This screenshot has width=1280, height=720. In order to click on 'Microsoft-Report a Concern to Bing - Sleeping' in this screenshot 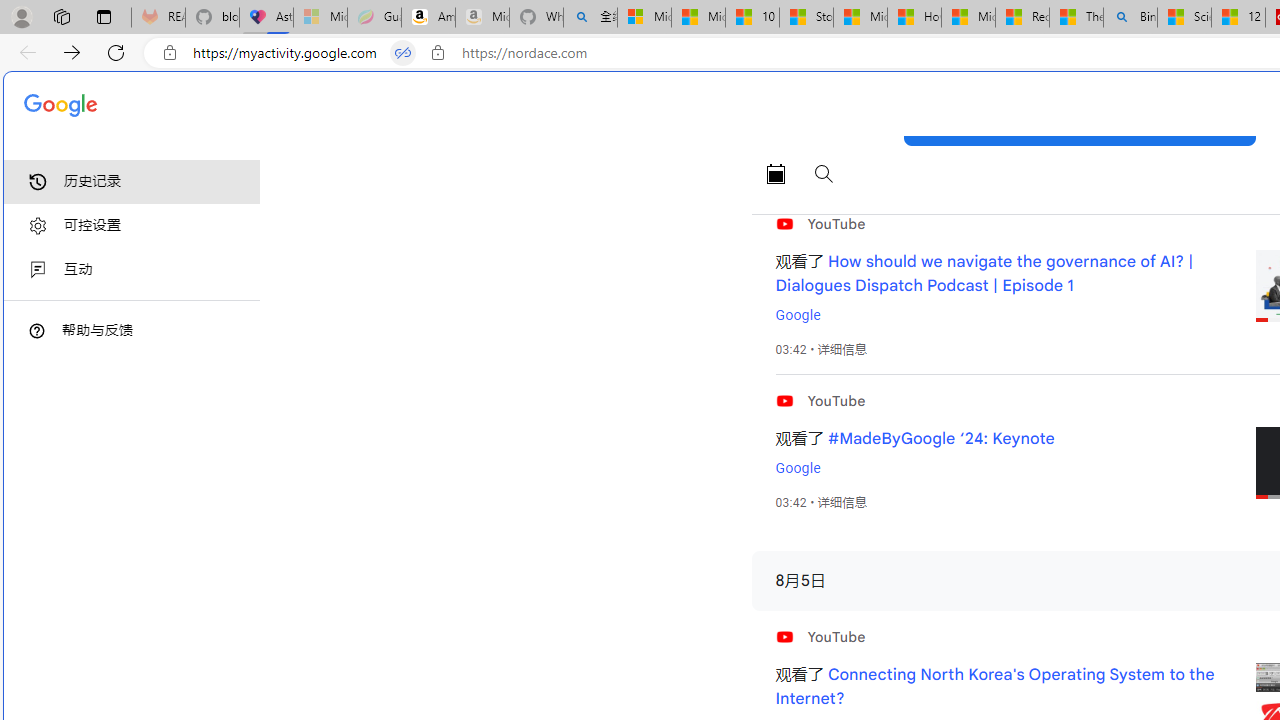, I will do `click(320, 17)`.